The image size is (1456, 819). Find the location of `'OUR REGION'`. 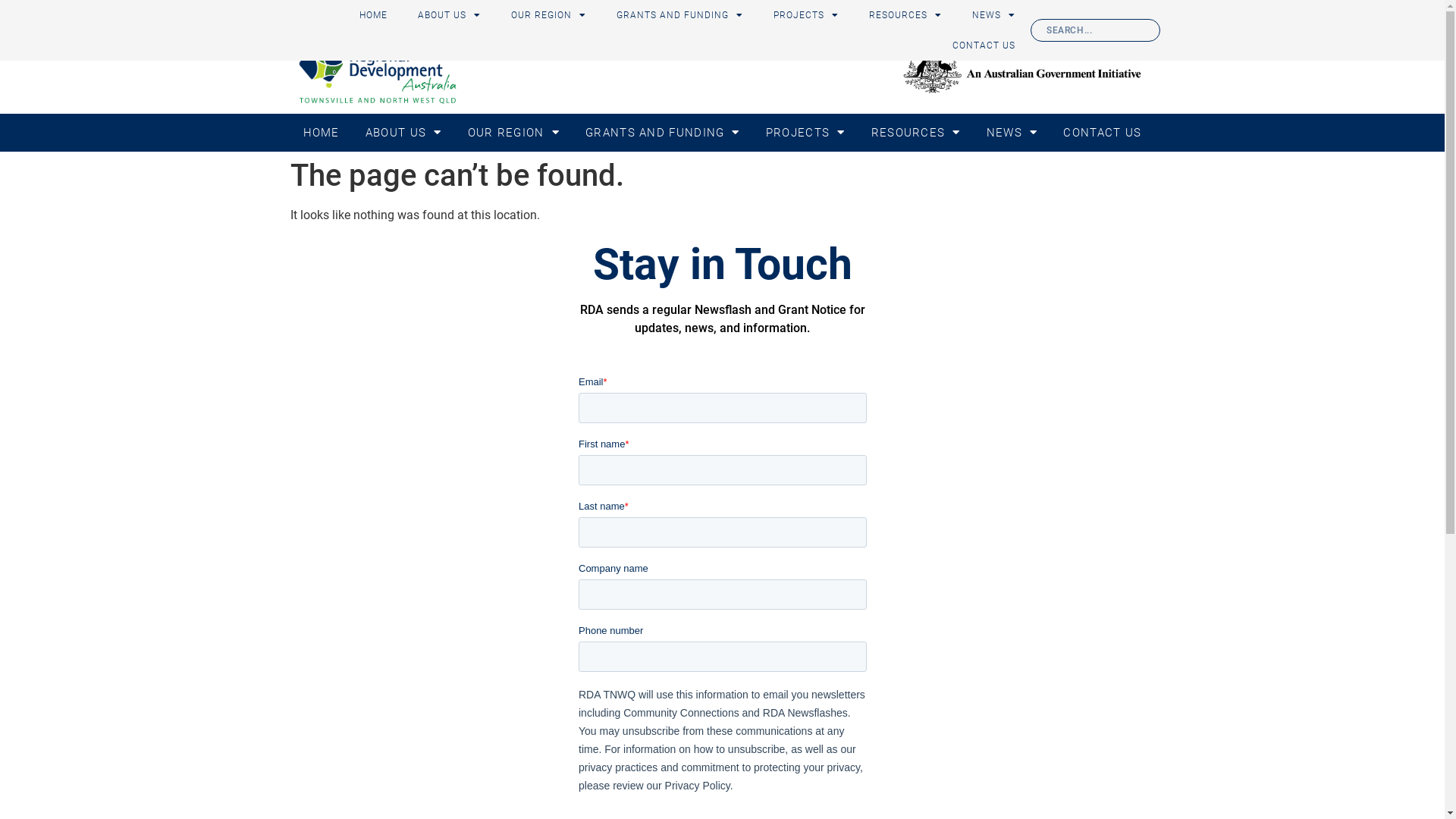

'OUR REGION' is located at coordinates (513, 131).